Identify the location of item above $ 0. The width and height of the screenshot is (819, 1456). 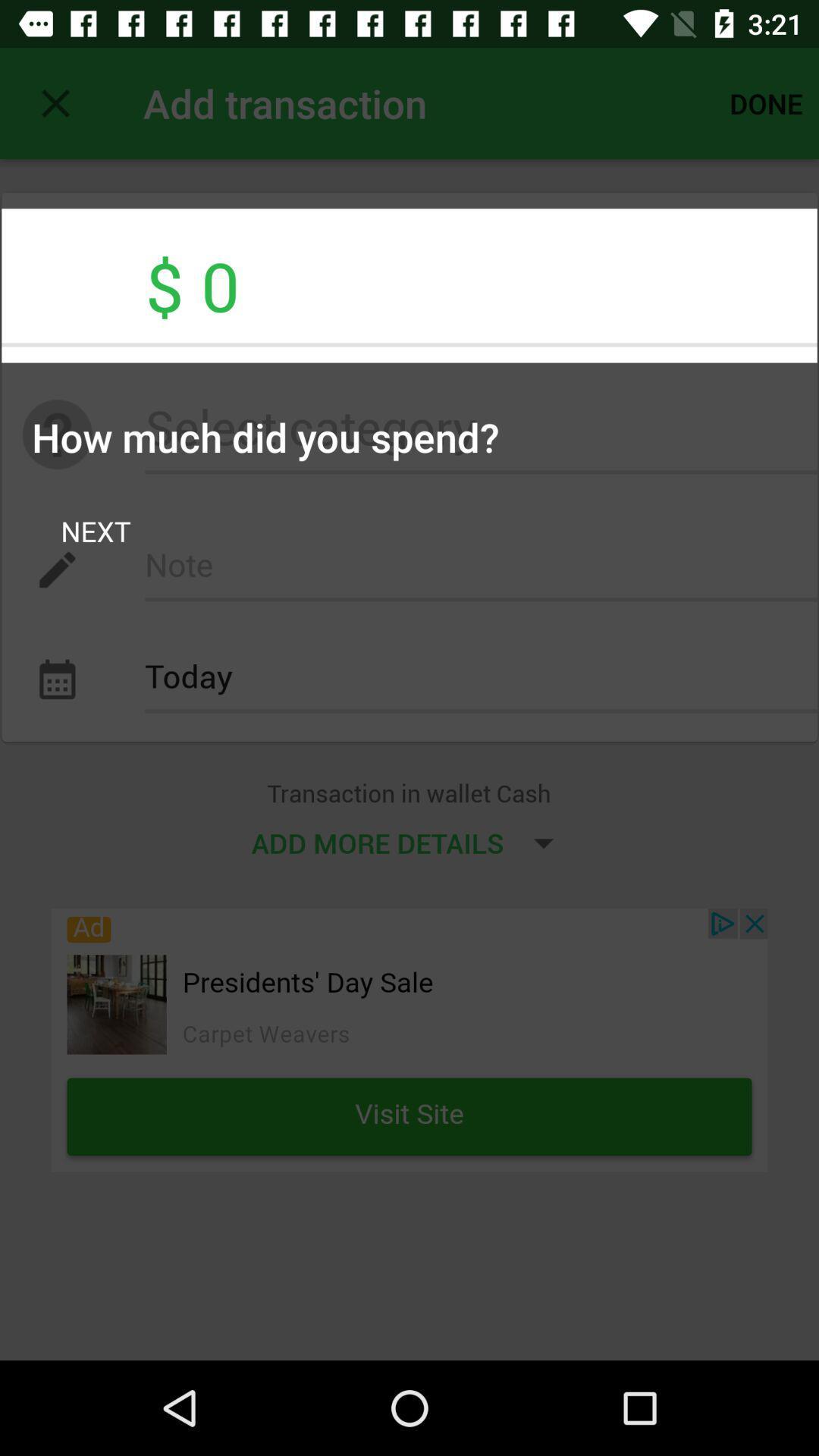
(55, 102).